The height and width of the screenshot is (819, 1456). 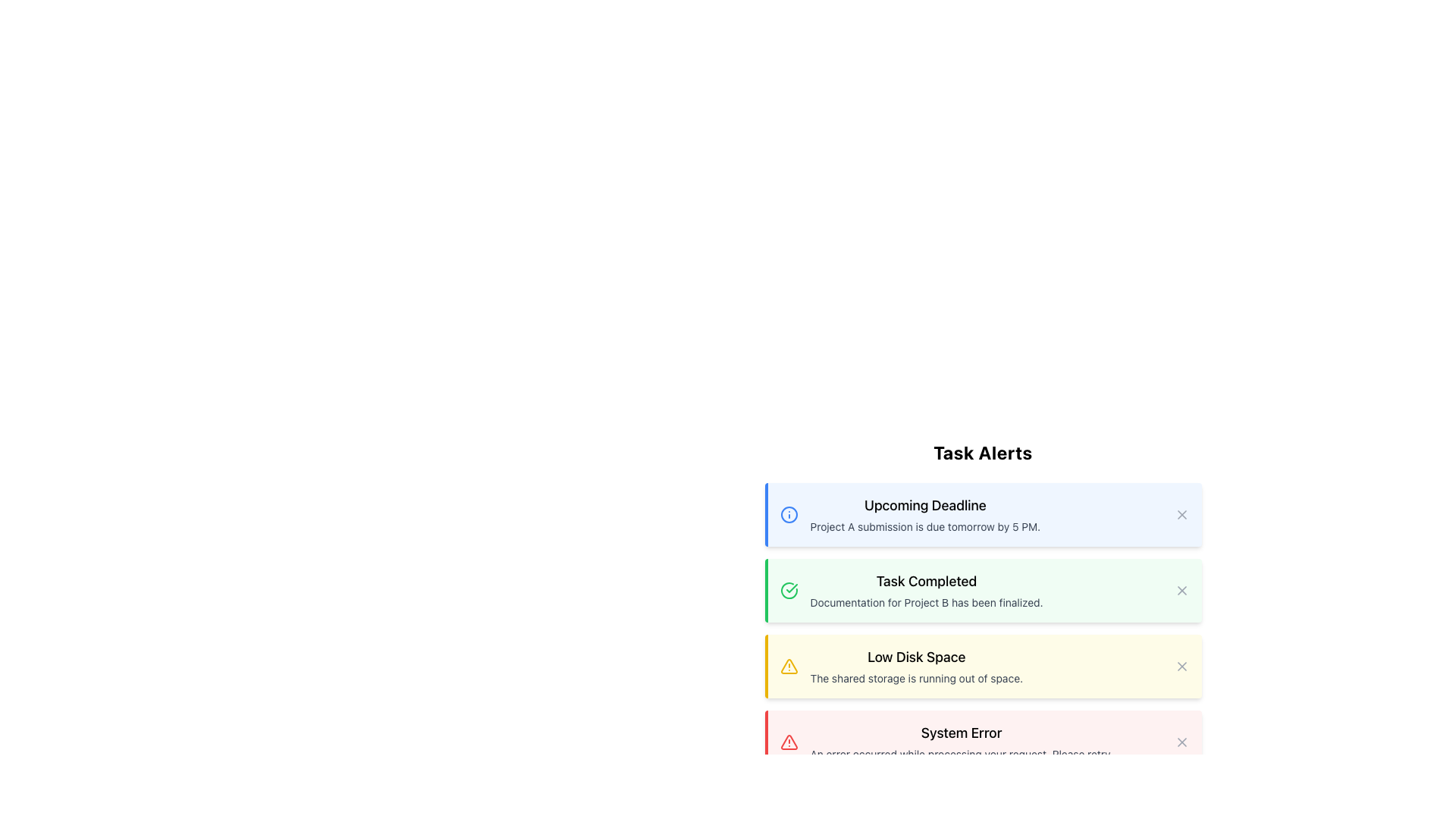 What do you see at coordinates (1181, 666) in the screenshot?
I see `the close button represented by an 'X' icon on the right end of the 'Low Disk Space' alert to change its color` at bounding box center [1181, 666].